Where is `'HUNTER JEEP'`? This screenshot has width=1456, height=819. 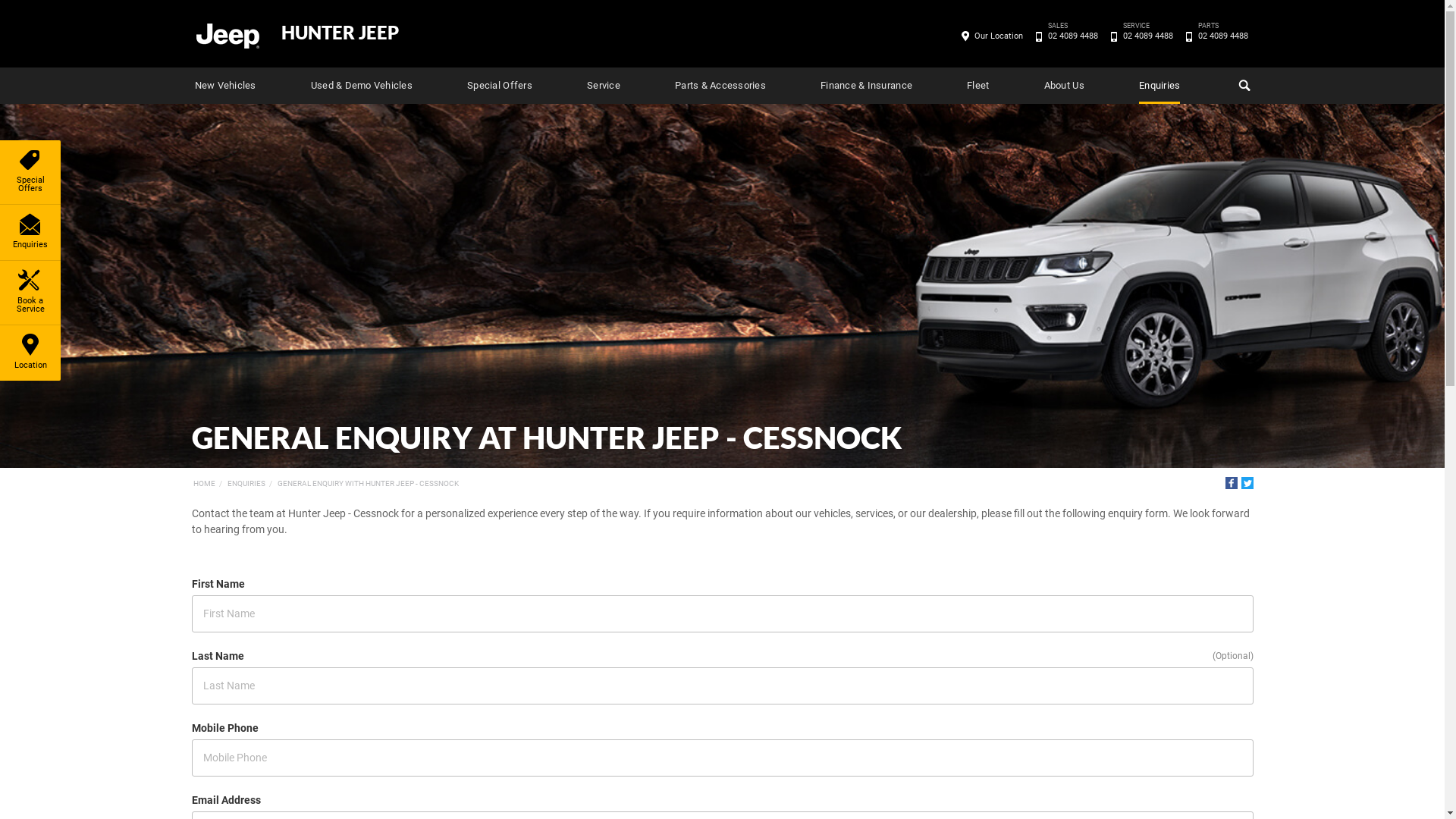
'HUNTER JEEP' is located at coordinates (338, 33).